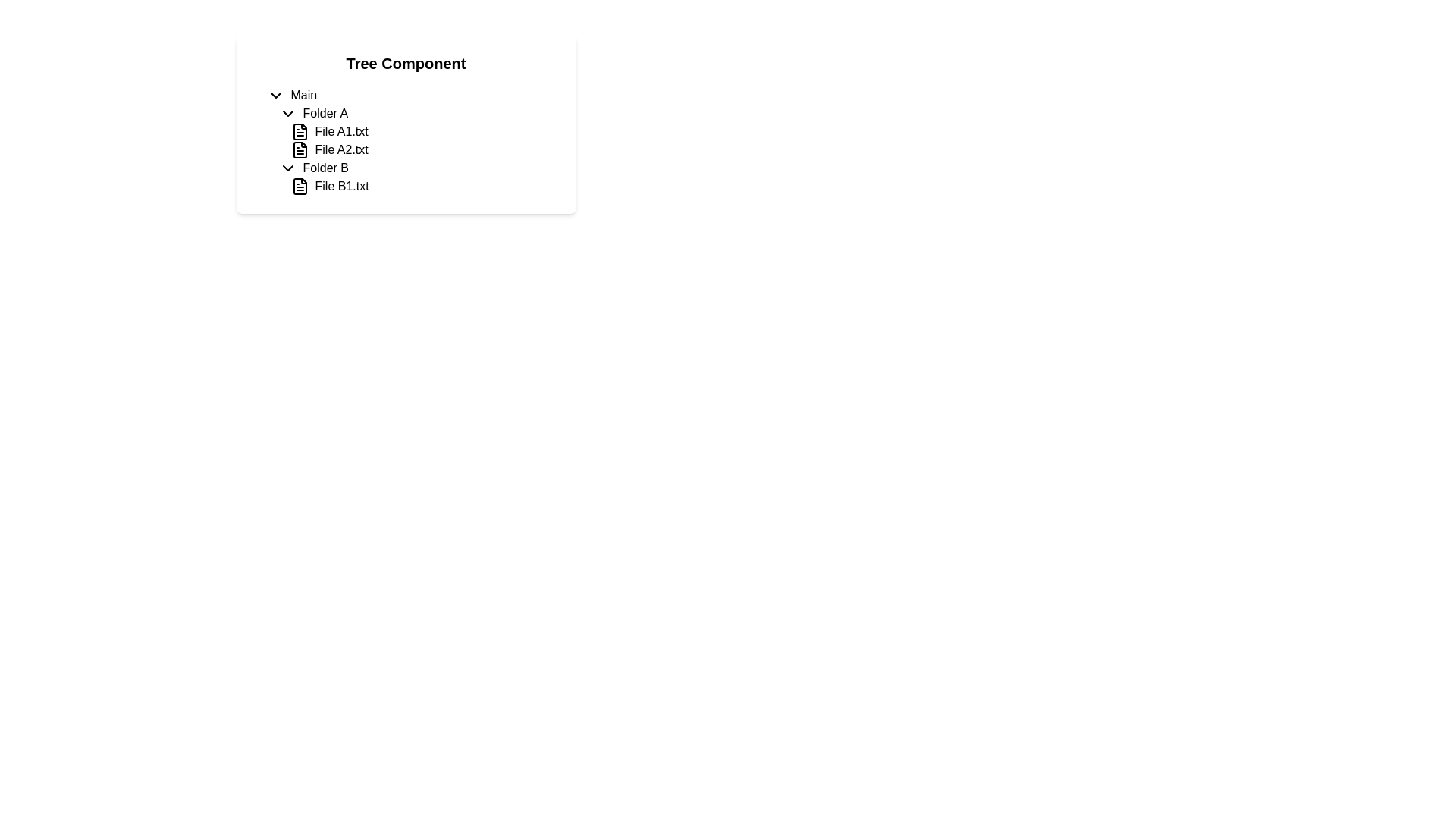  What do you see at coordinates (300, 149) in the screenshot?
I see `the Vector Icon associated with 'File A2.txt' to possibly trigger a tooltip or highlight effect` at bounding box center [300, 149].